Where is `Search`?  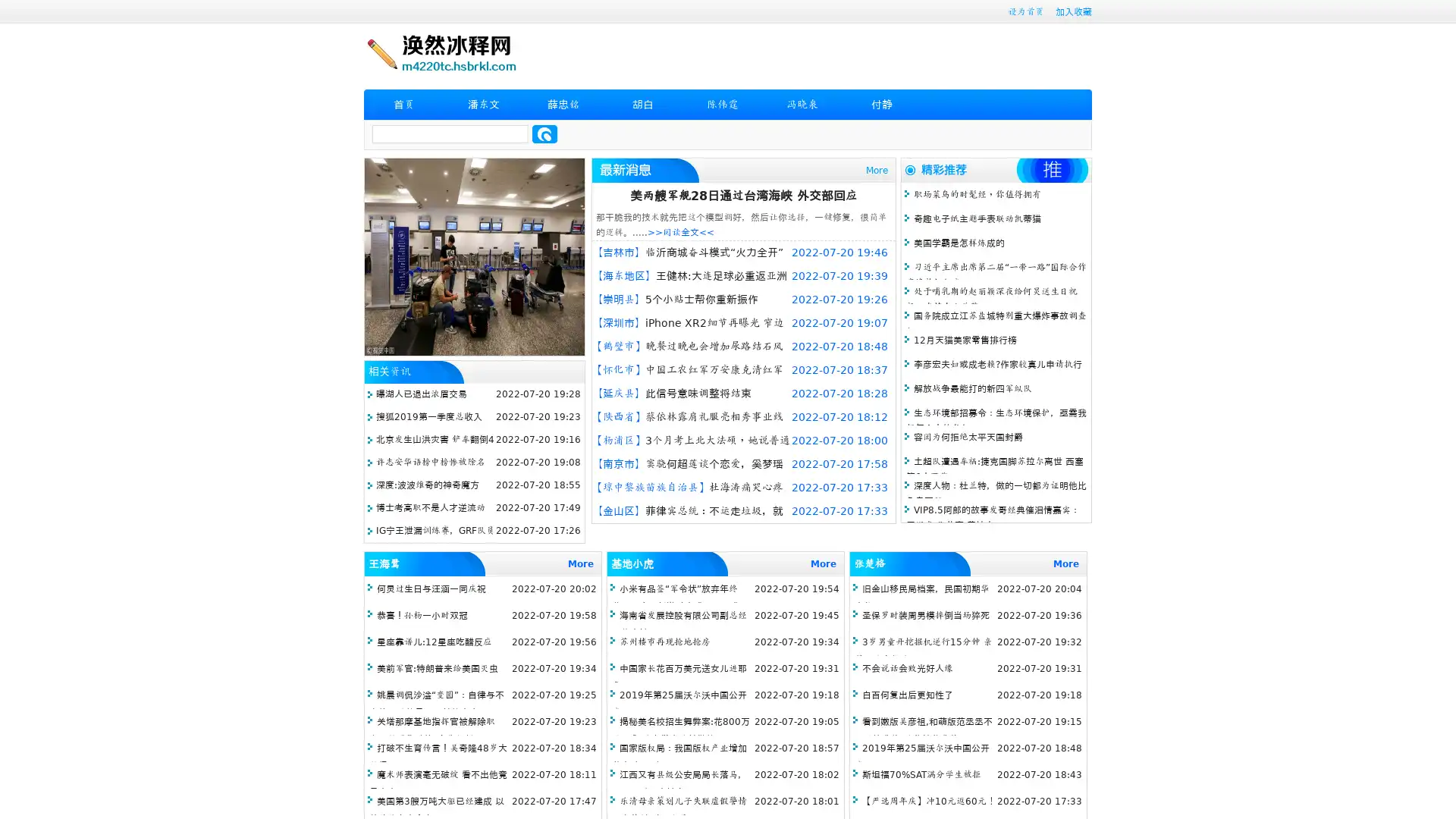 Search is located at coordinates (544, 133).